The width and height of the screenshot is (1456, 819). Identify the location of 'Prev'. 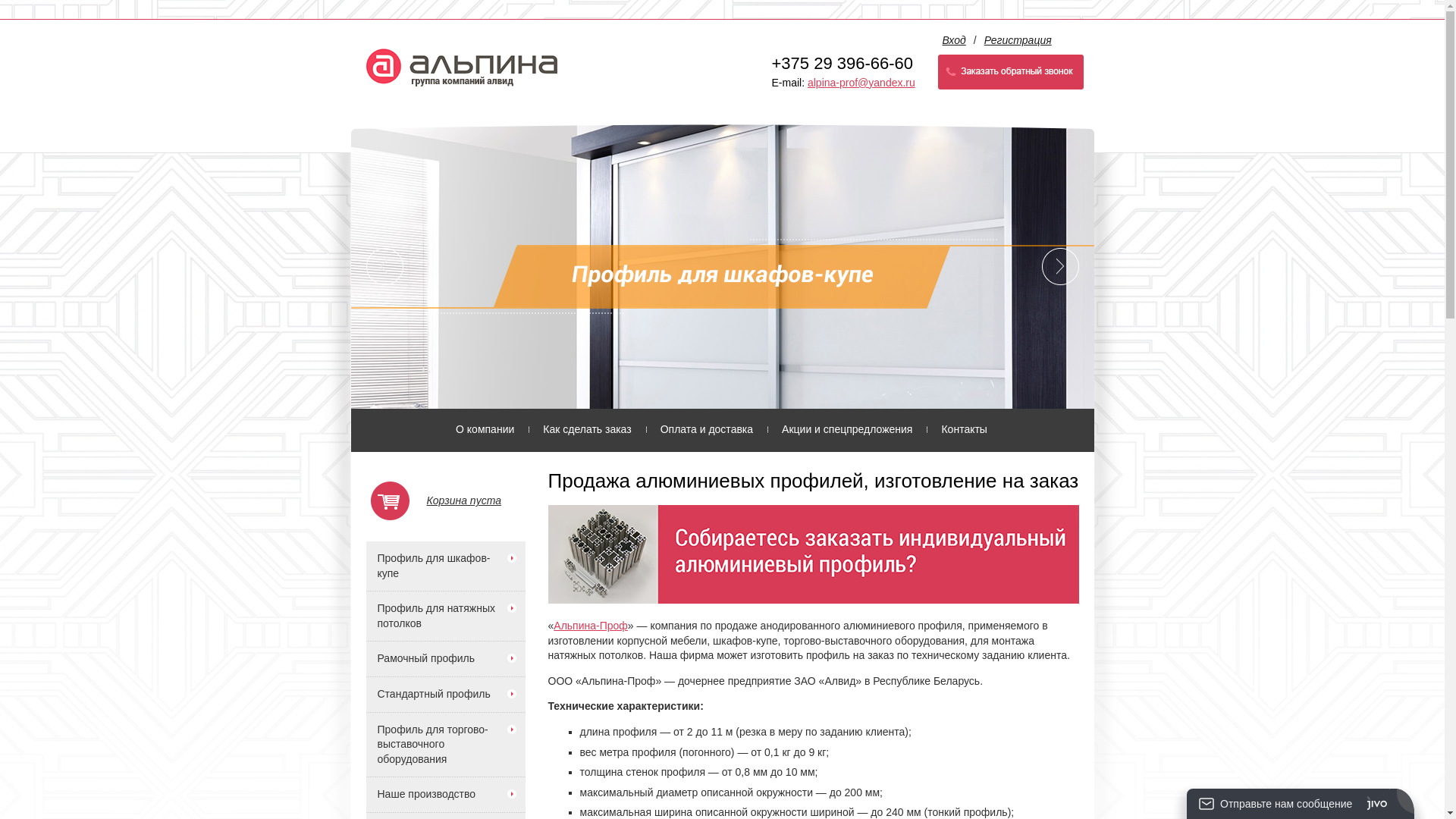
(376, 265).